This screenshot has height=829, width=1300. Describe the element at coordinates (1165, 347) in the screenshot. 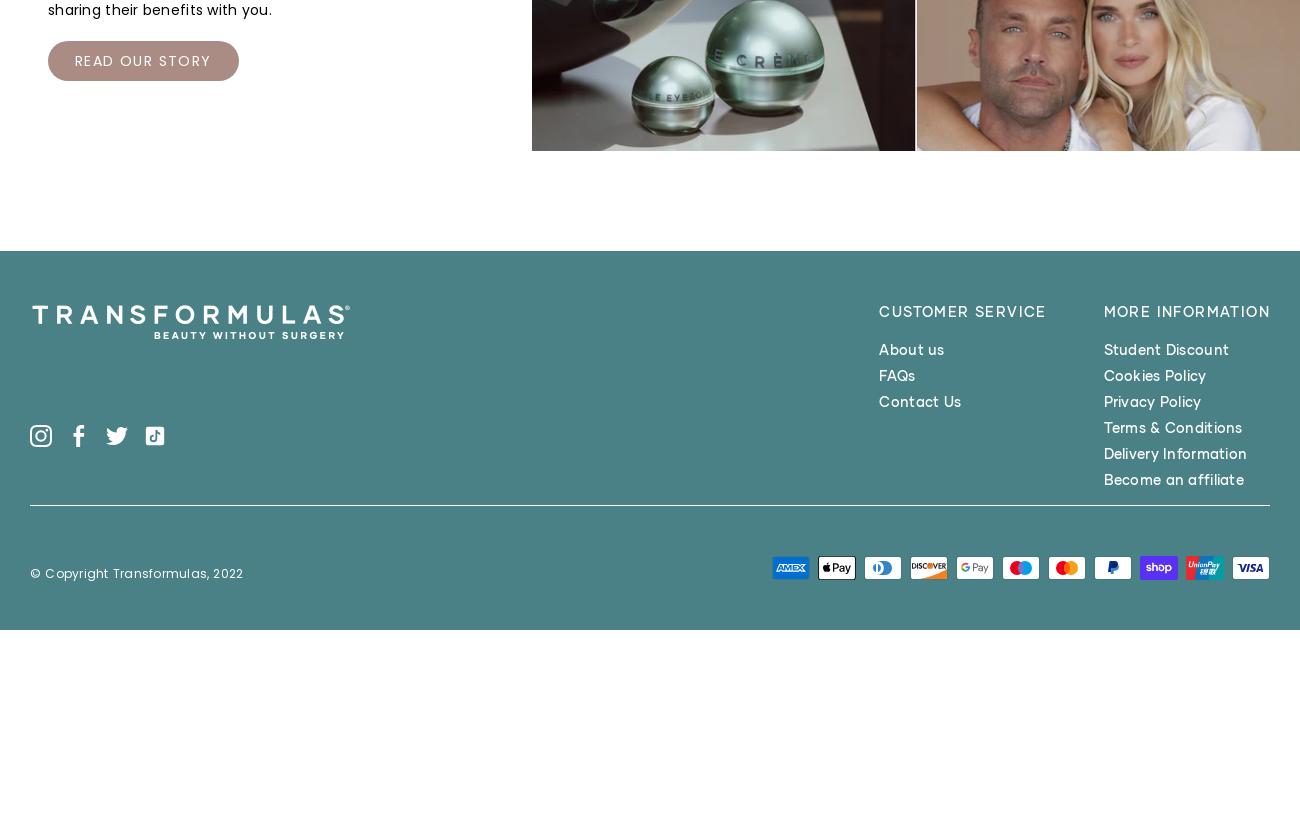

I see `'Student Discount'` at that location.